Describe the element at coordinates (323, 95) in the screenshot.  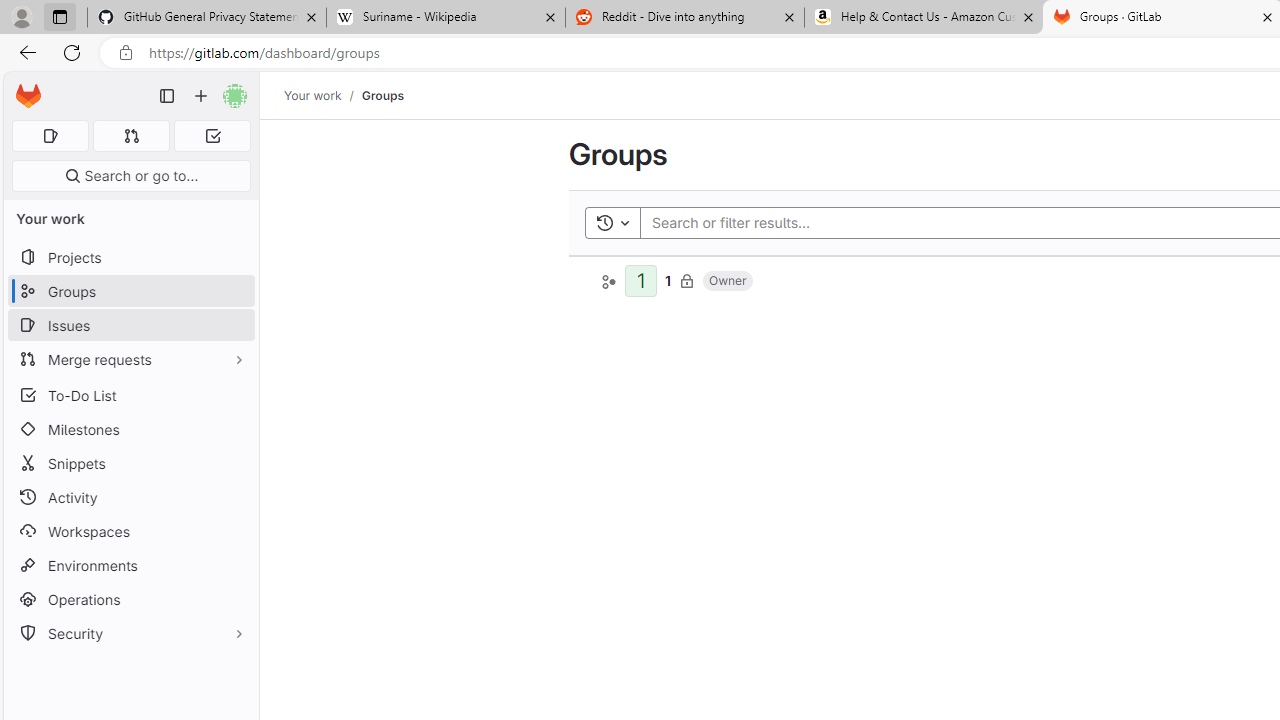
I see `'Your work/'` at that location.